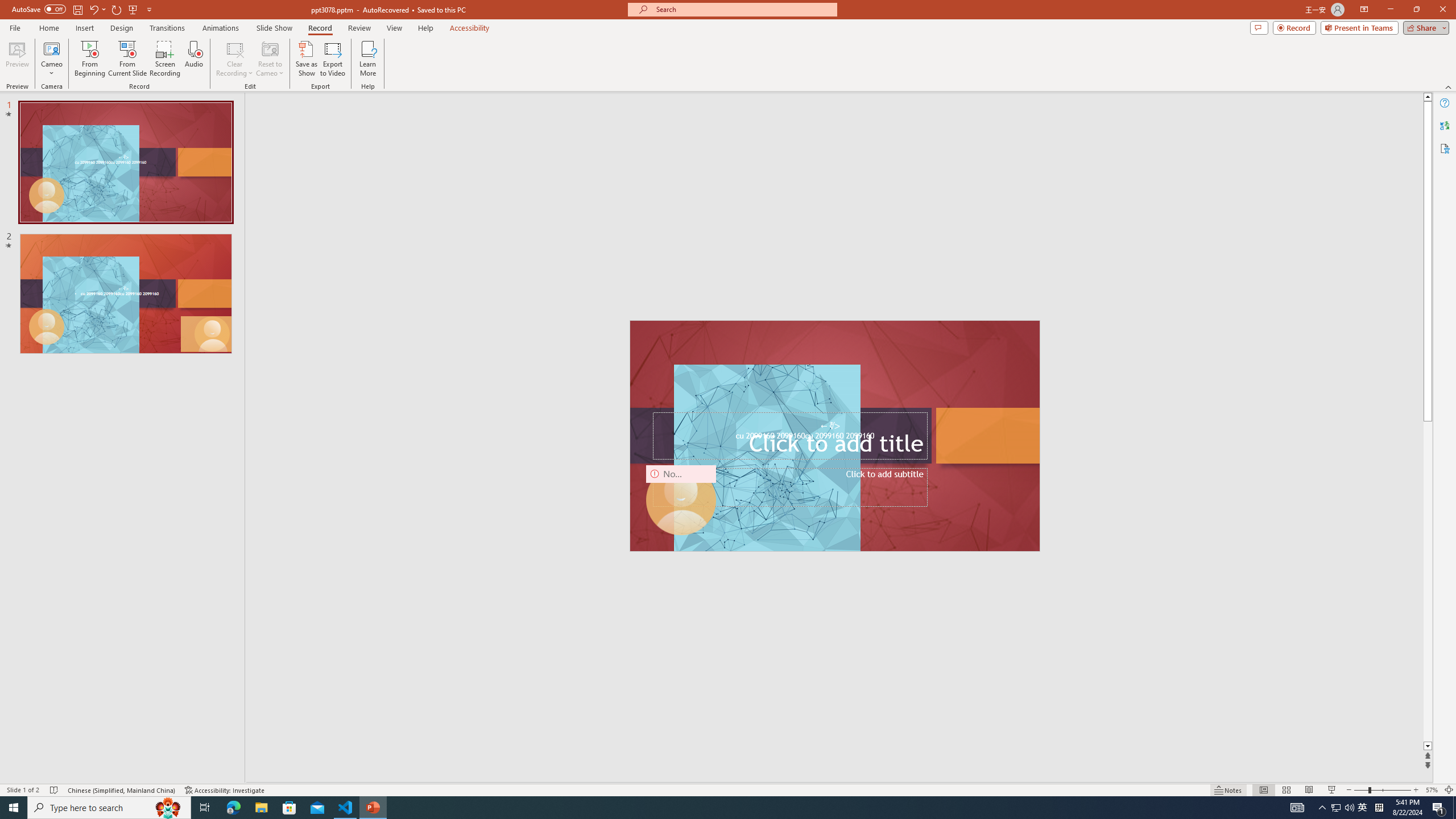 The image size is (1456, 819). What do you see at coordinates (681, 499) in the screenshot?
I see `'Camera 9, No camera detected.'` at bounding box center [681, 499].